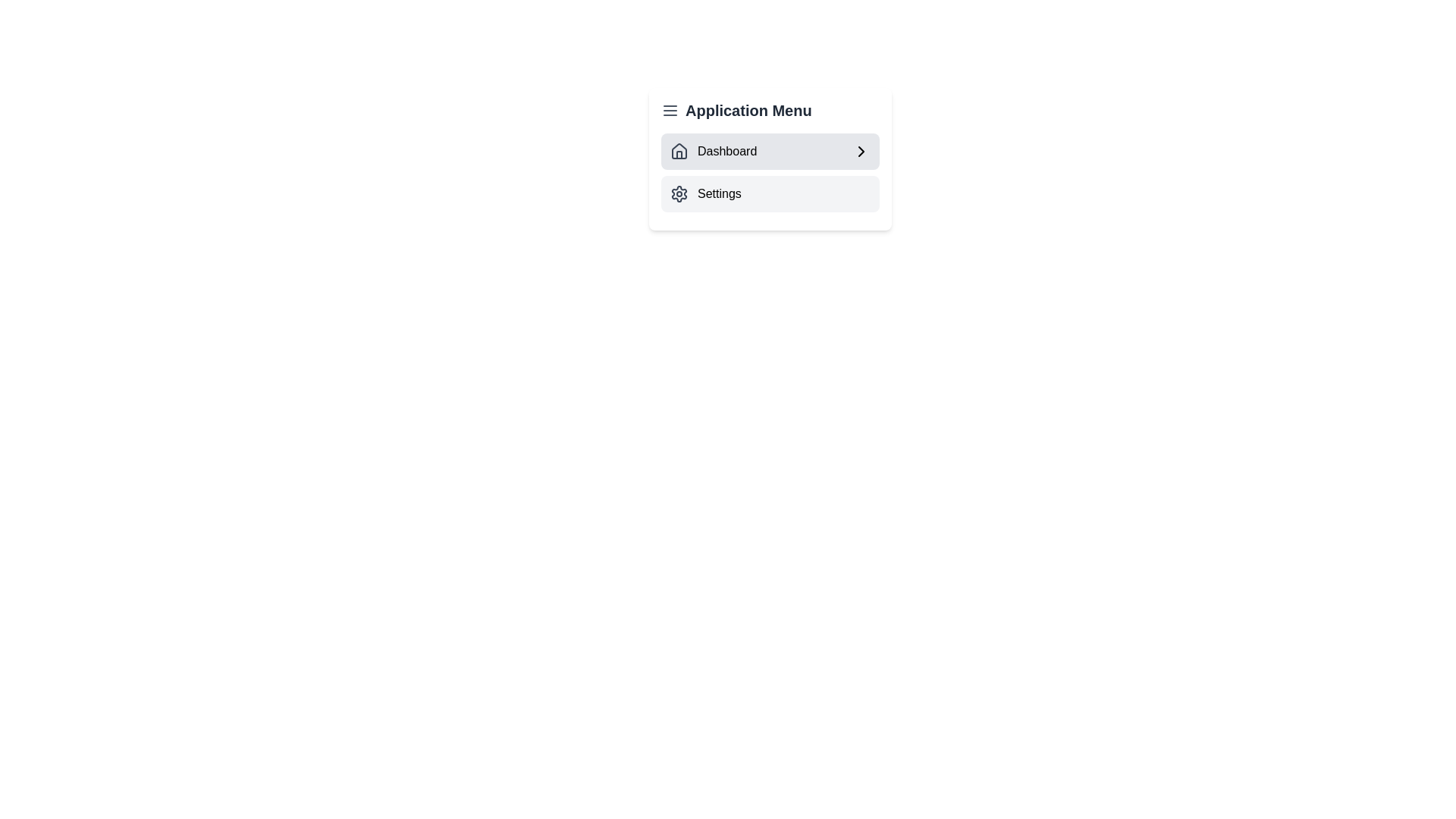  Describe the element at coordinates (713, 152) in the screenshot. I see `the first navigation link` at that location.